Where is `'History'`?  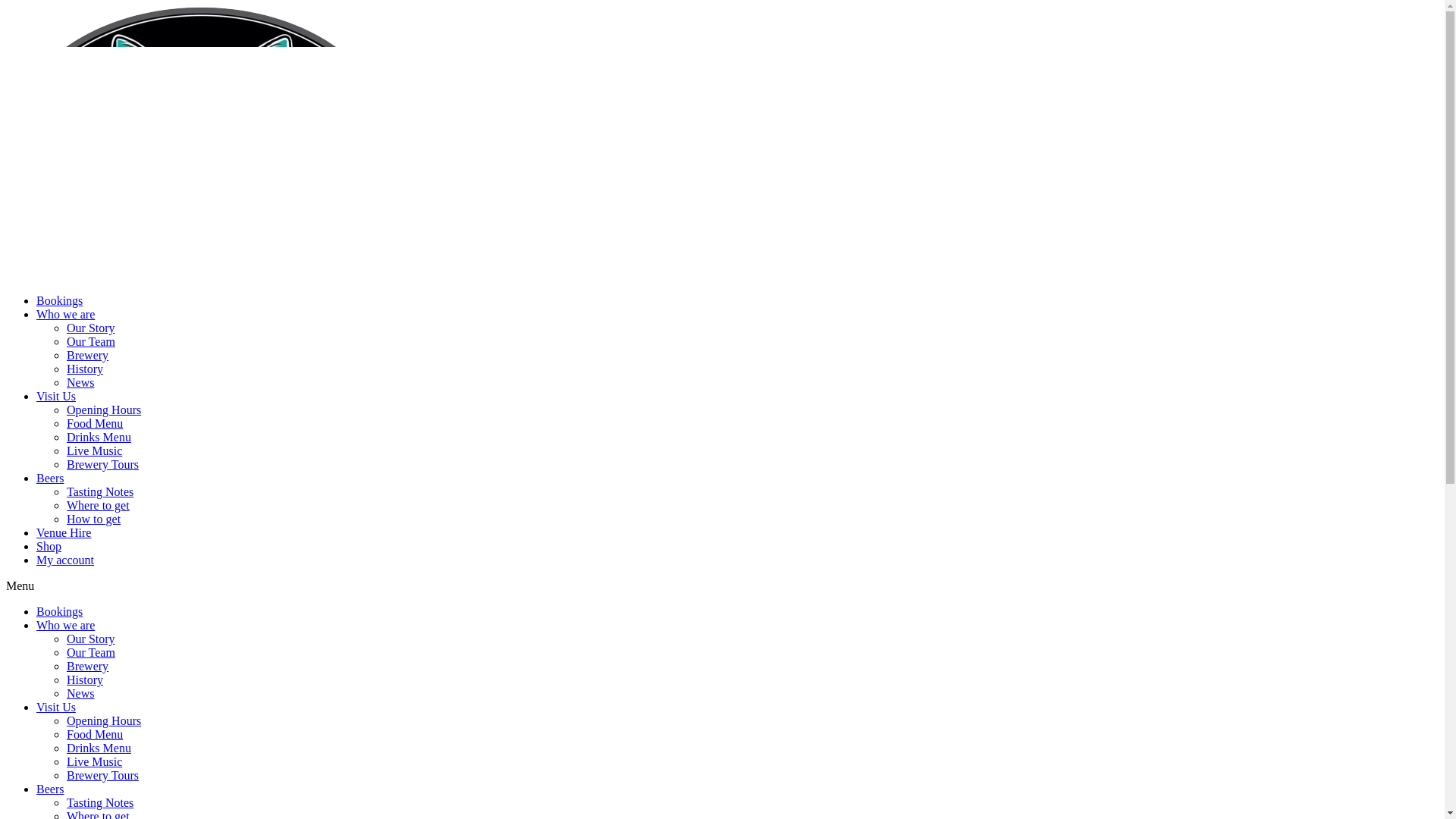 'History' is located at coordinates (65, 679).